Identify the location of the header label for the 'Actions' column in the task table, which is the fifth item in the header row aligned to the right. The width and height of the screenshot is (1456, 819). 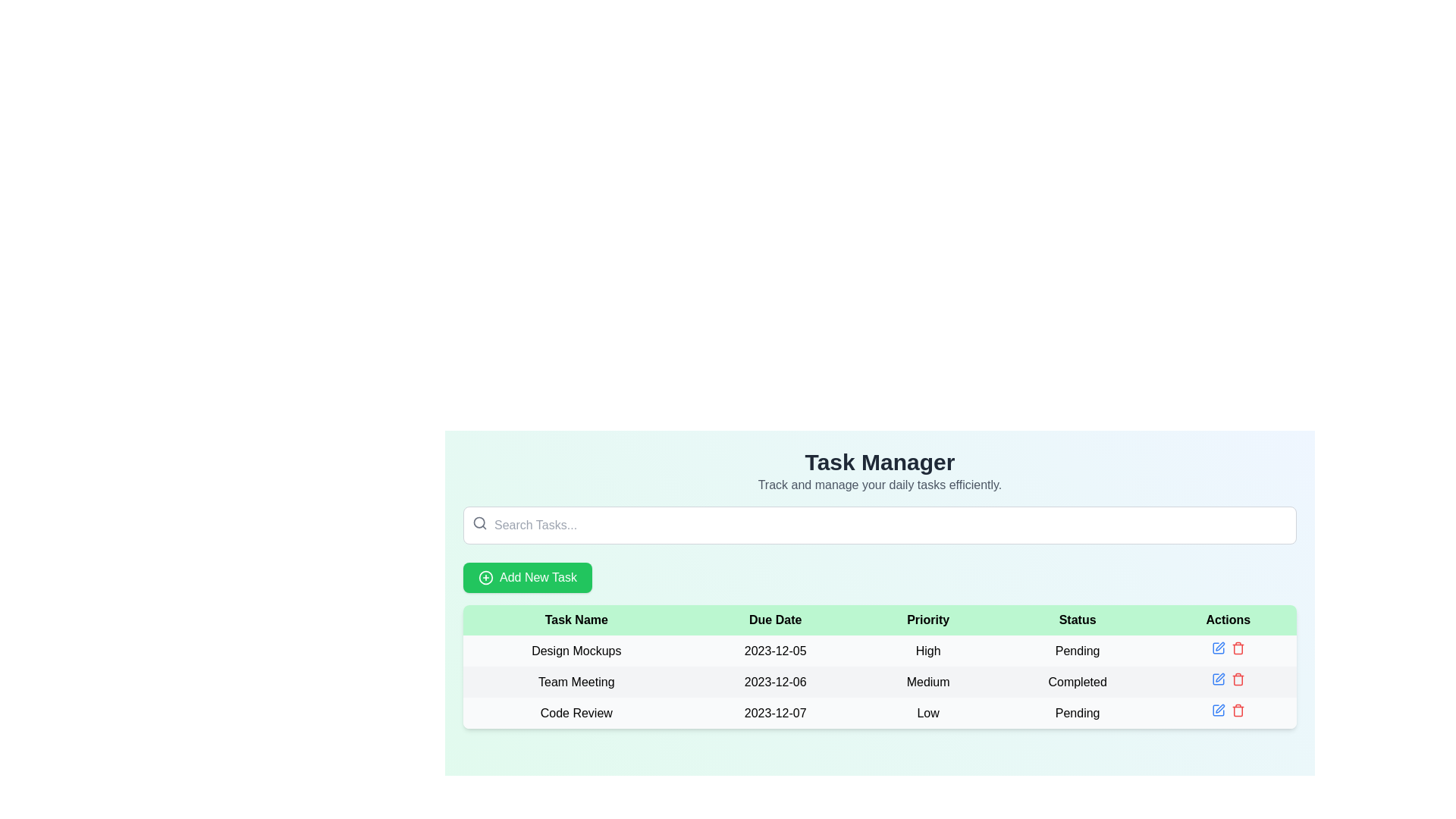
(1228, 620).